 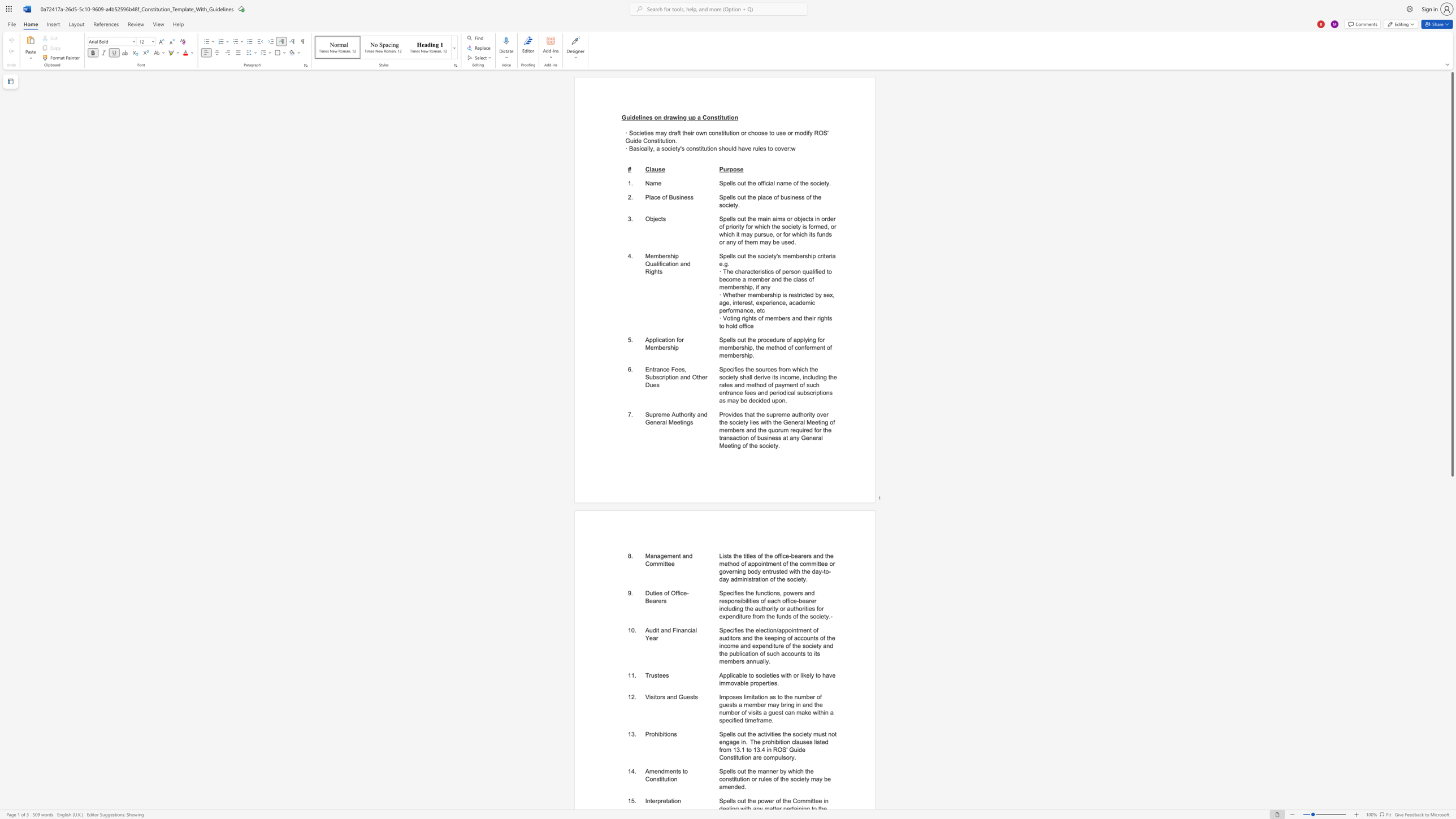 I want to click on the scrollbar to scroll the page down, so click(x=1451, y=664).